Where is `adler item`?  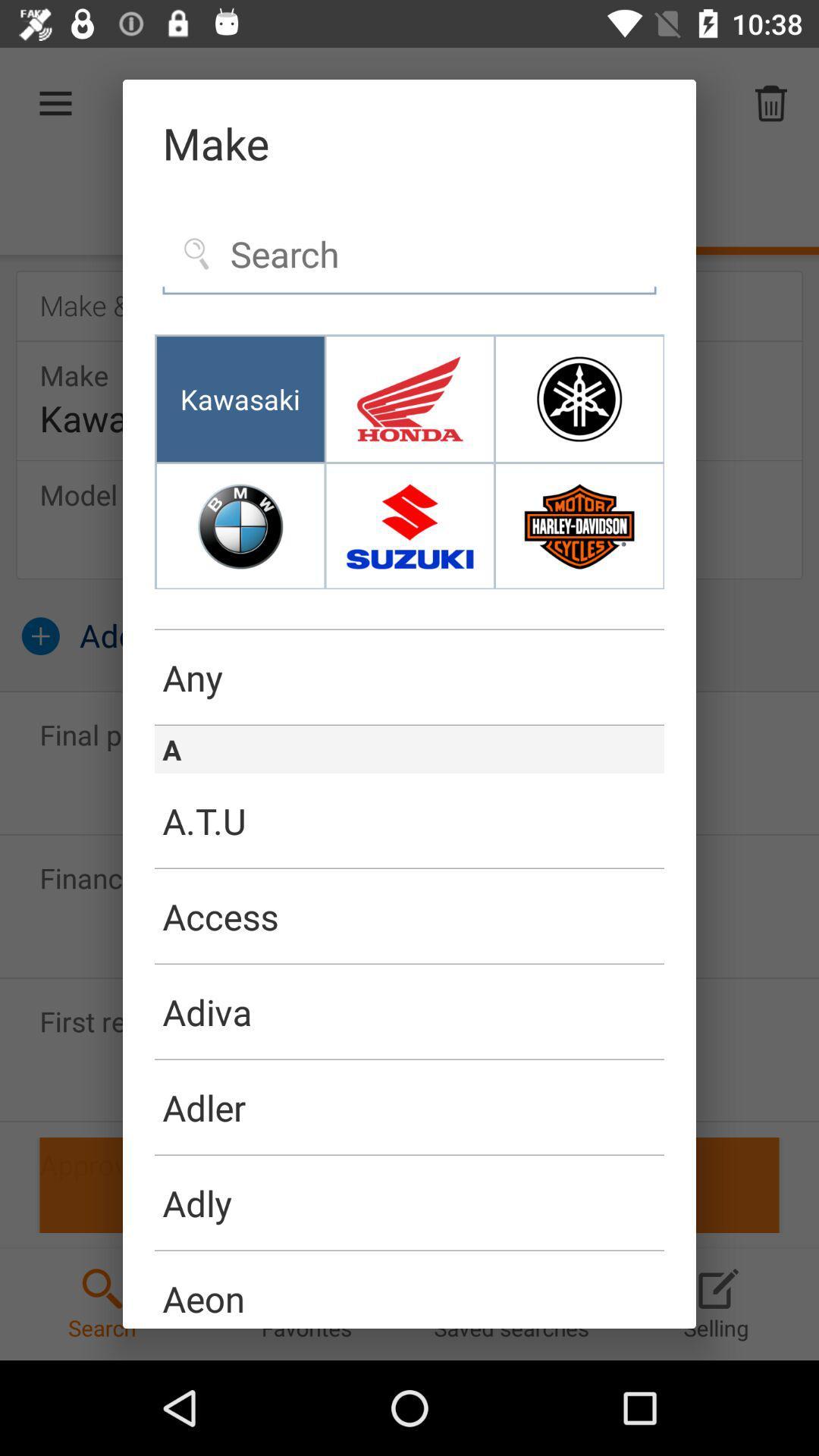 adler item is located at coordinates (409, 1107).